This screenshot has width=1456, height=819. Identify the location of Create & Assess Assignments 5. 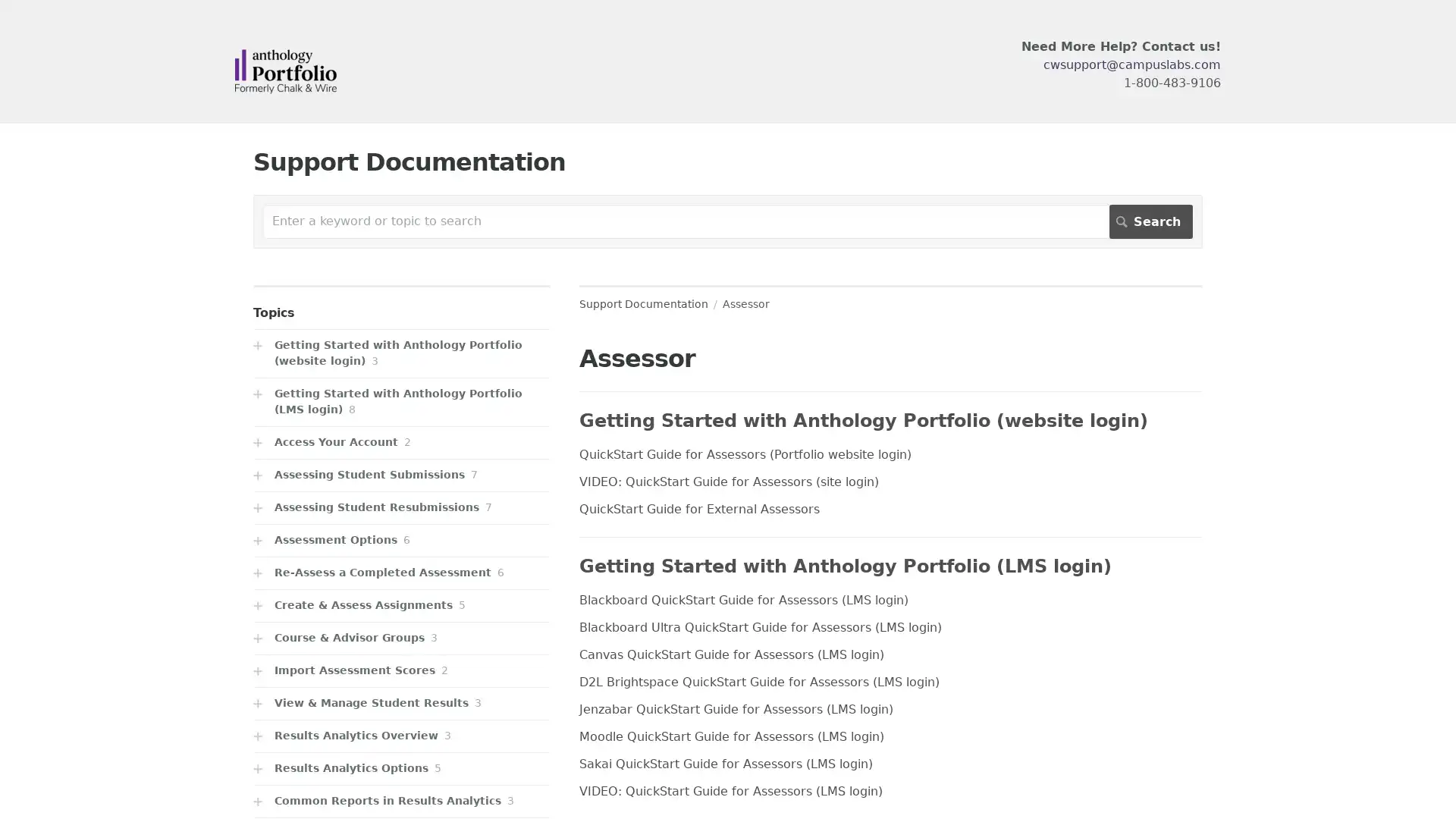
(401, 604).